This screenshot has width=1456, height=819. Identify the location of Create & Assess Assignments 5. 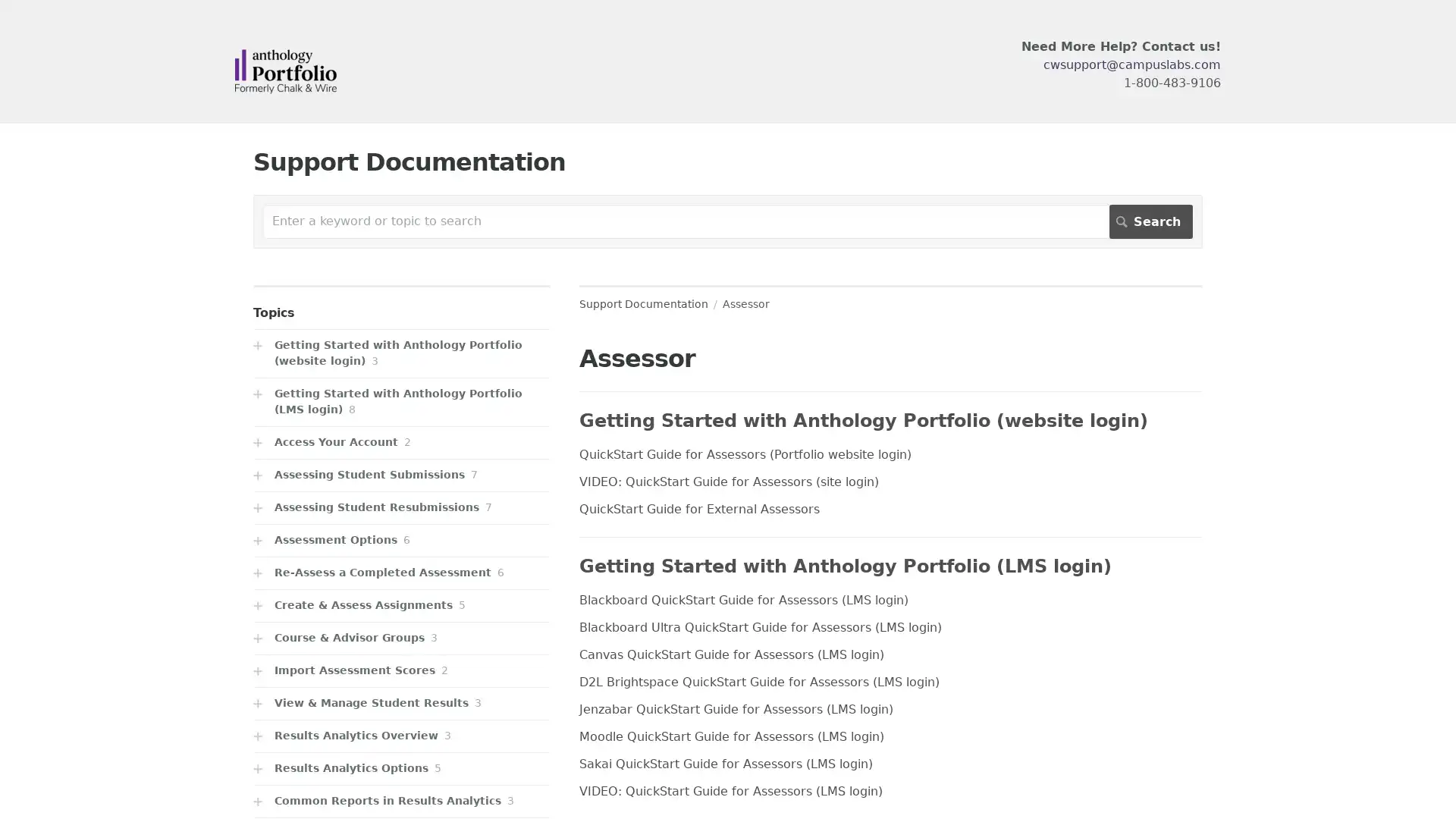
(401, 604).